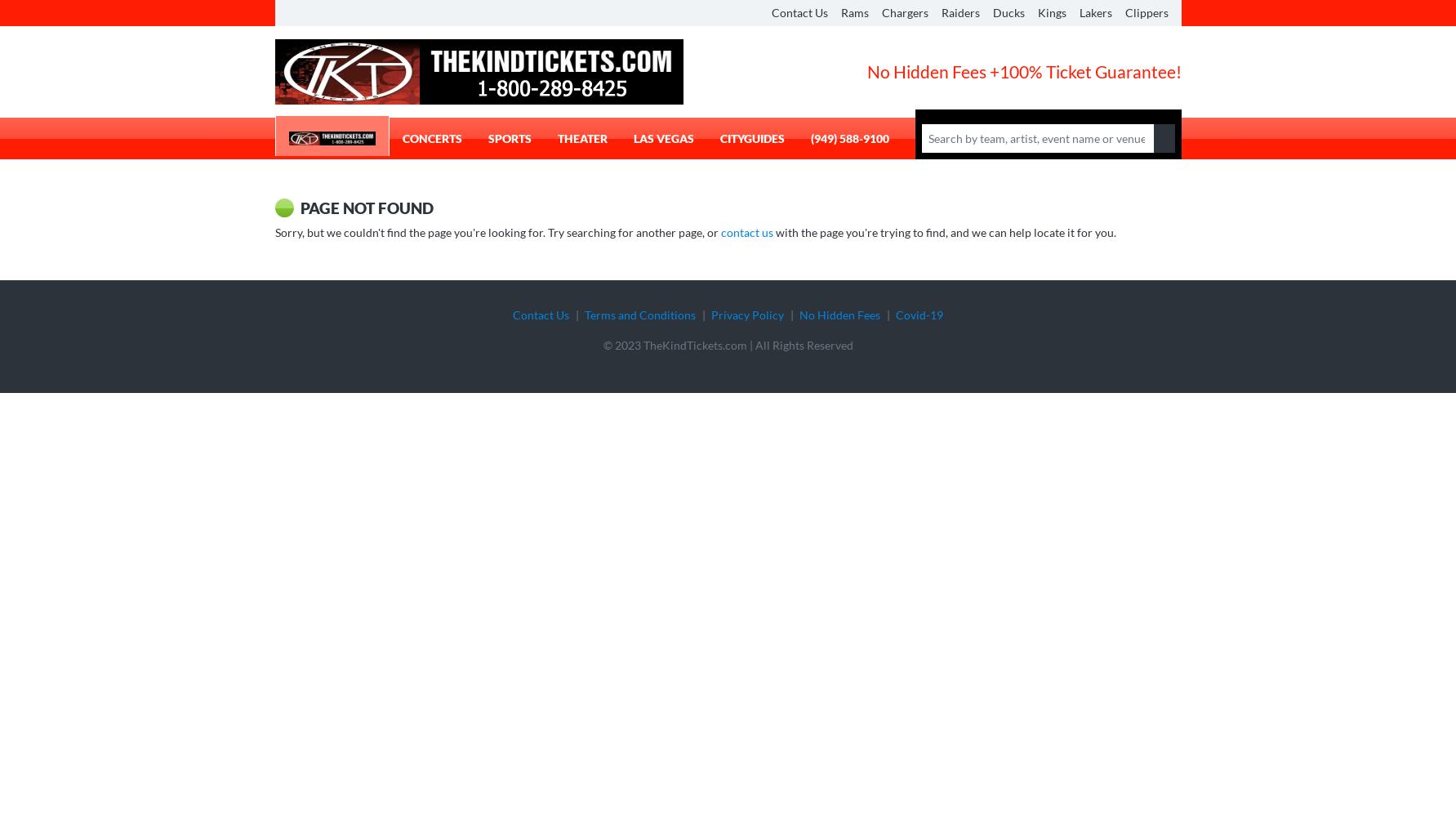 The height and width of the screenshot is (817, 1456). I want to click on 'Privacy Policy', so click(746, 314).